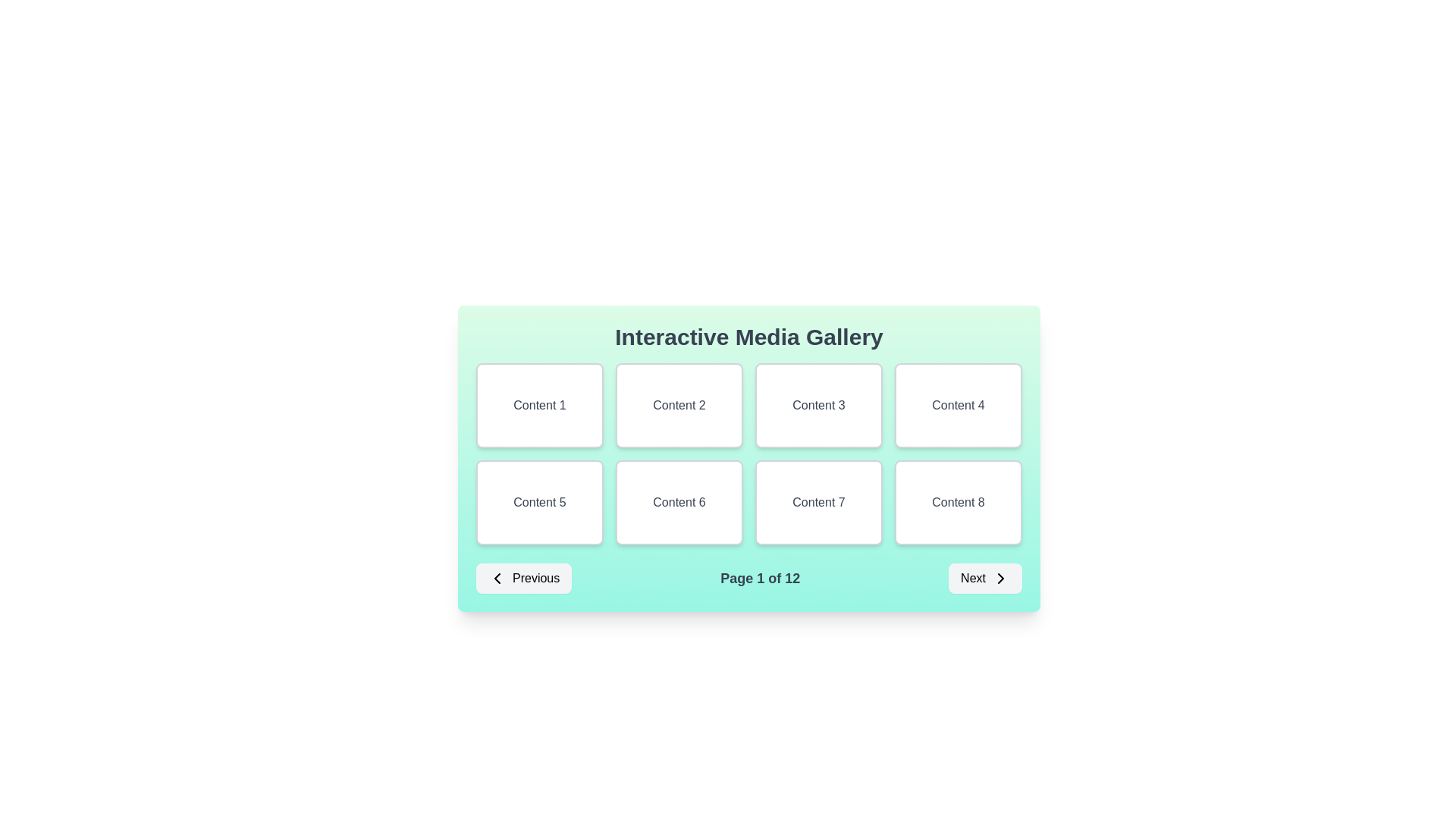  Describe the element at coordinates (760, 579) in the screenshot. I see `the text display indicating the current page number, which reads 'Page 1 of 12', styled with a bold font and dark gray color, positioned between the 'Previous' and 'Next' buttons` at that location.